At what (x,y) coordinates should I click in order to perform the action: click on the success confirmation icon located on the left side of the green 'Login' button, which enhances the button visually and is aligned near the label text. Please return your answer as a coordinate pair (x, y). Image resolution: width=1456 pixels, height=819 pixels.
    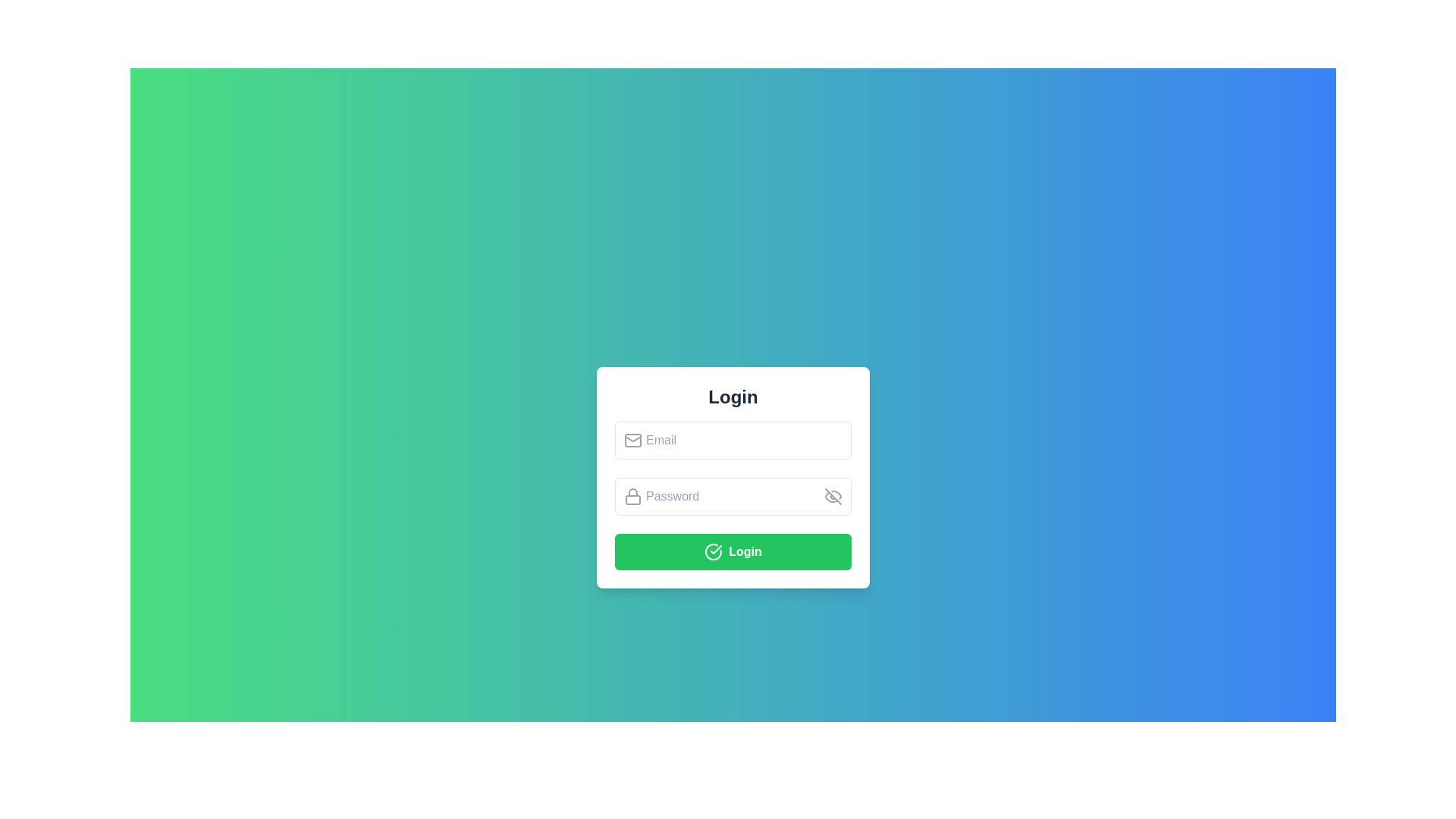
    Looking at the image, I should click on (713, 552).